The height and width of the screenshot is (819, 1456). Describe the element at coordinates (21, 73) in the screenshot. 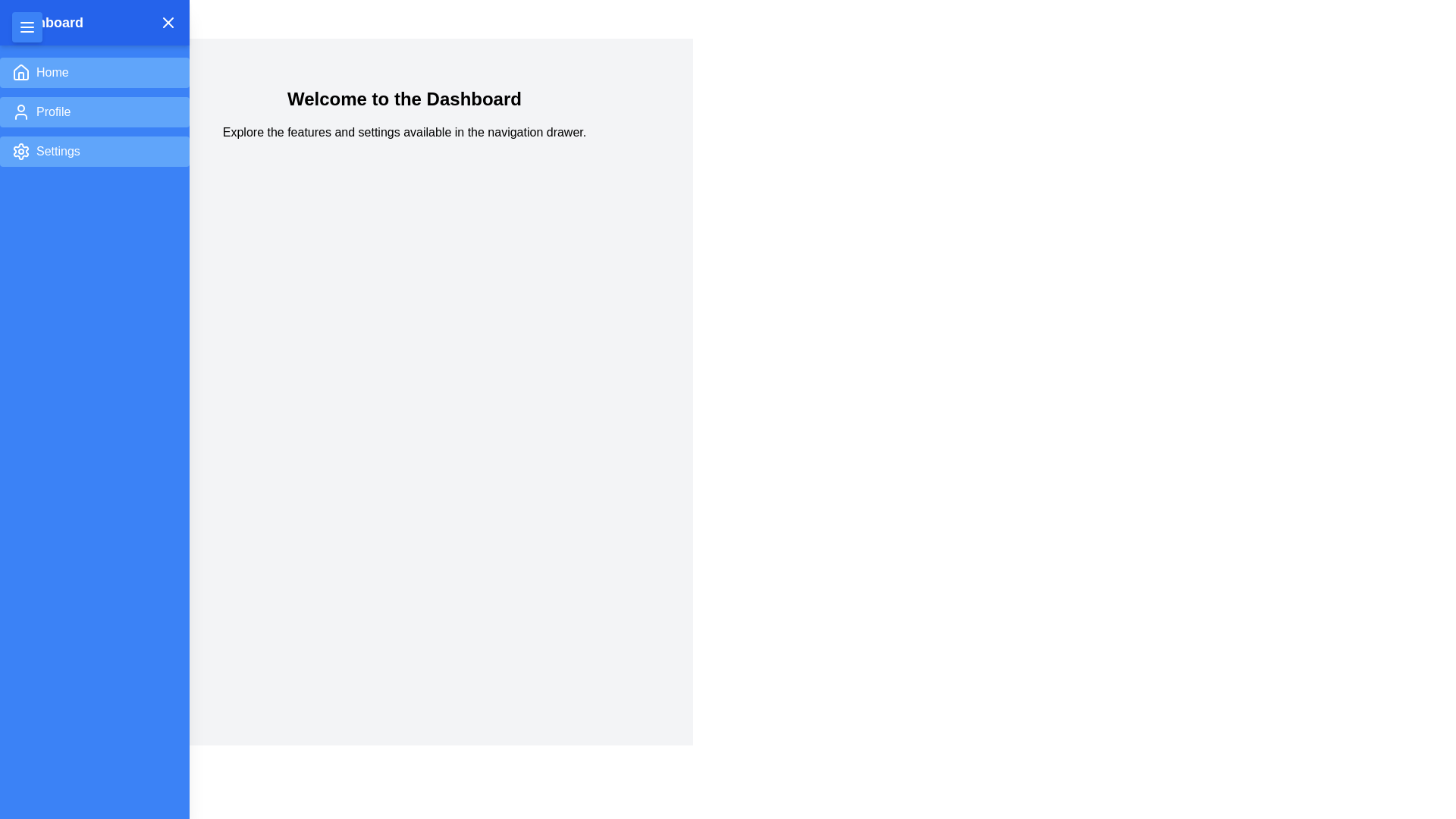

I see `the 'Home' navigation icon located in the left navigation menu, which is the first element in the vertical list and positioned to the left of the text 'Home'` at that location.